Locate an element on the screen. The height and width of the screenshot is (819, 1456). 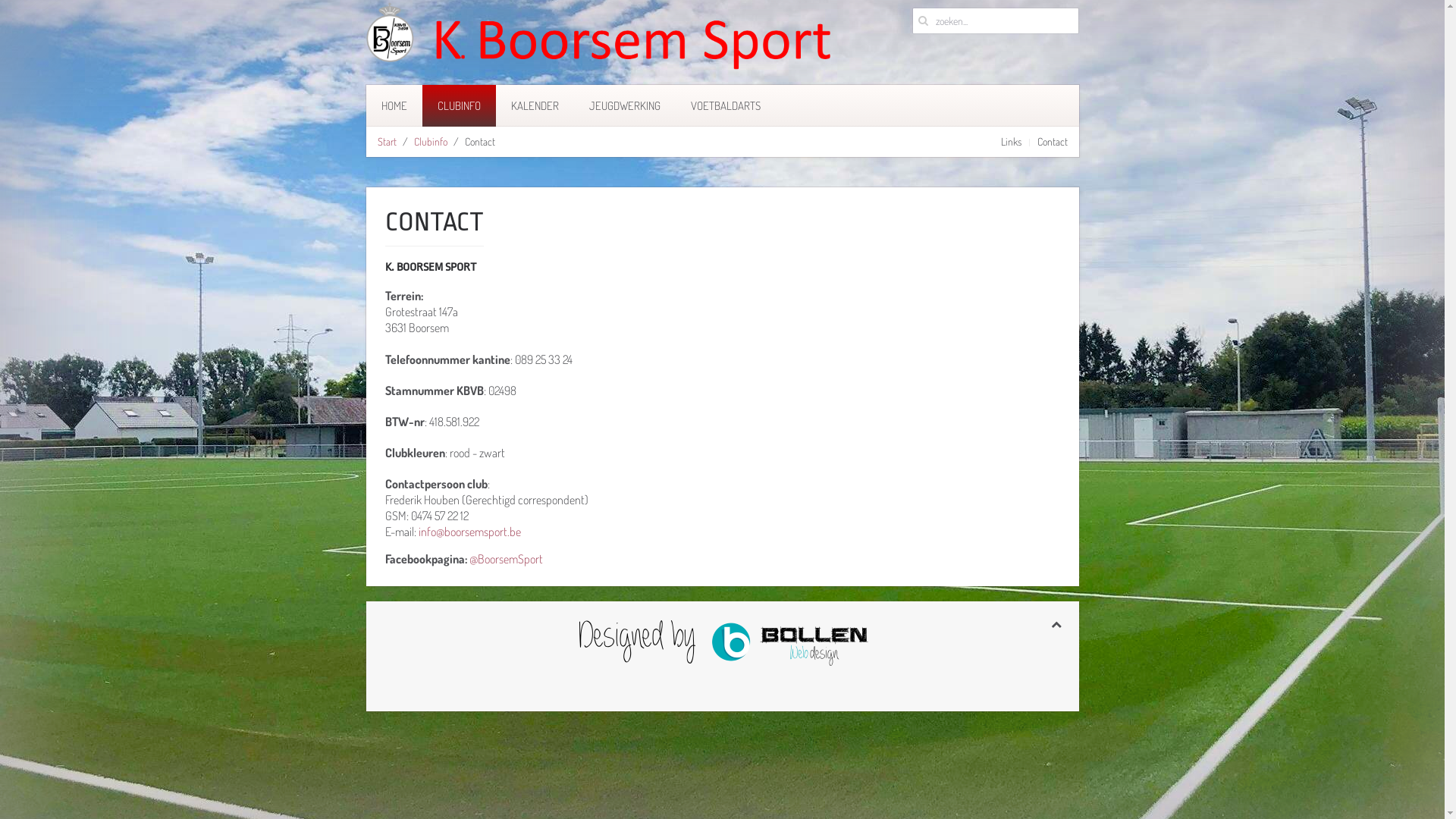
'Links' is located at coordinates (1011, 141).